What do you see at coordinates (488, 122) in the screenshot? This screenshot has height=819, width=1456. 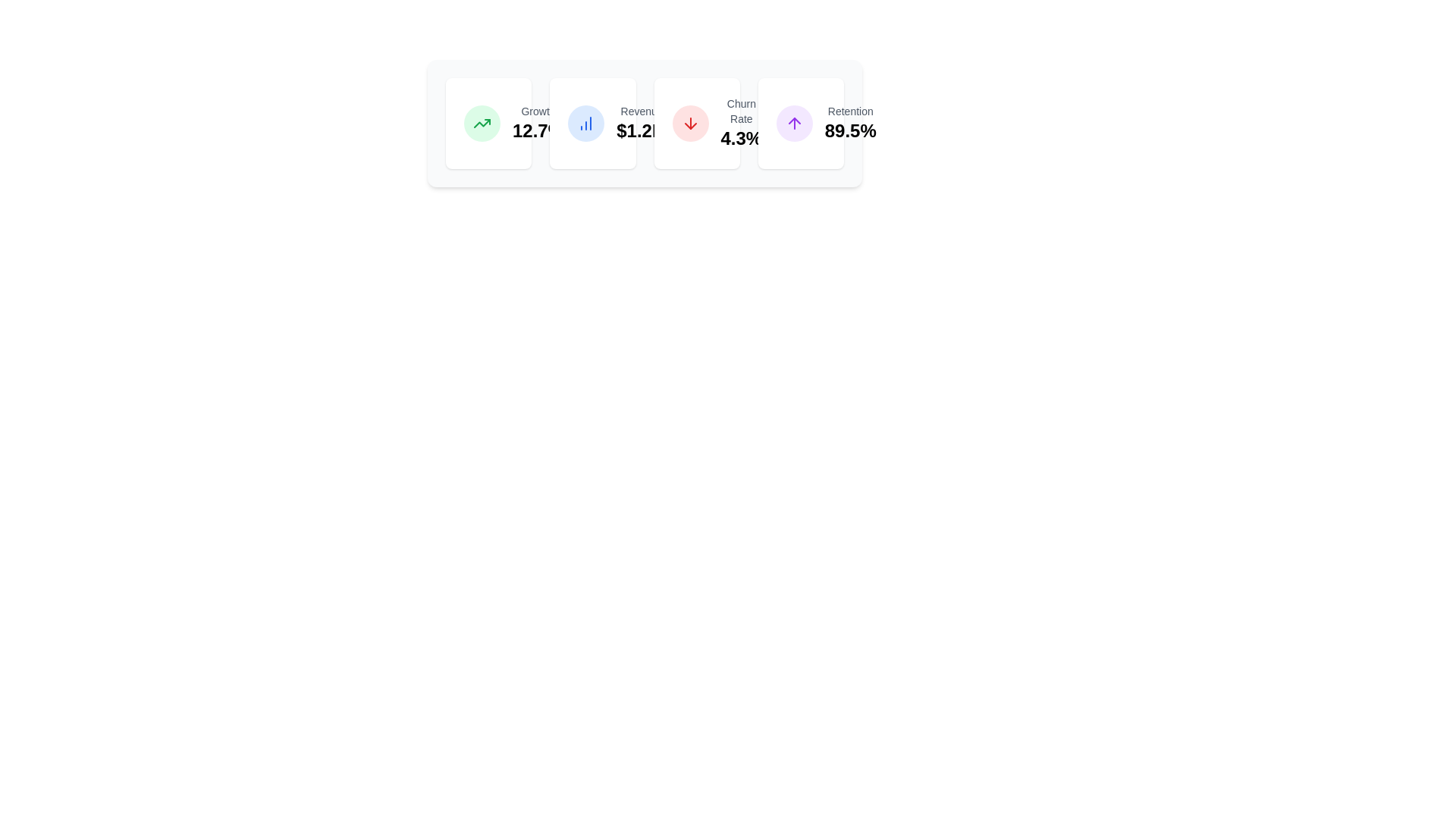 I see `the composite UI element that represents a positive growth metric, featuring a green circular trendline icon and adjacent text displaying the growth percentage, located as the leftmost item in a row of four cards` at bounding box center [488, 122].